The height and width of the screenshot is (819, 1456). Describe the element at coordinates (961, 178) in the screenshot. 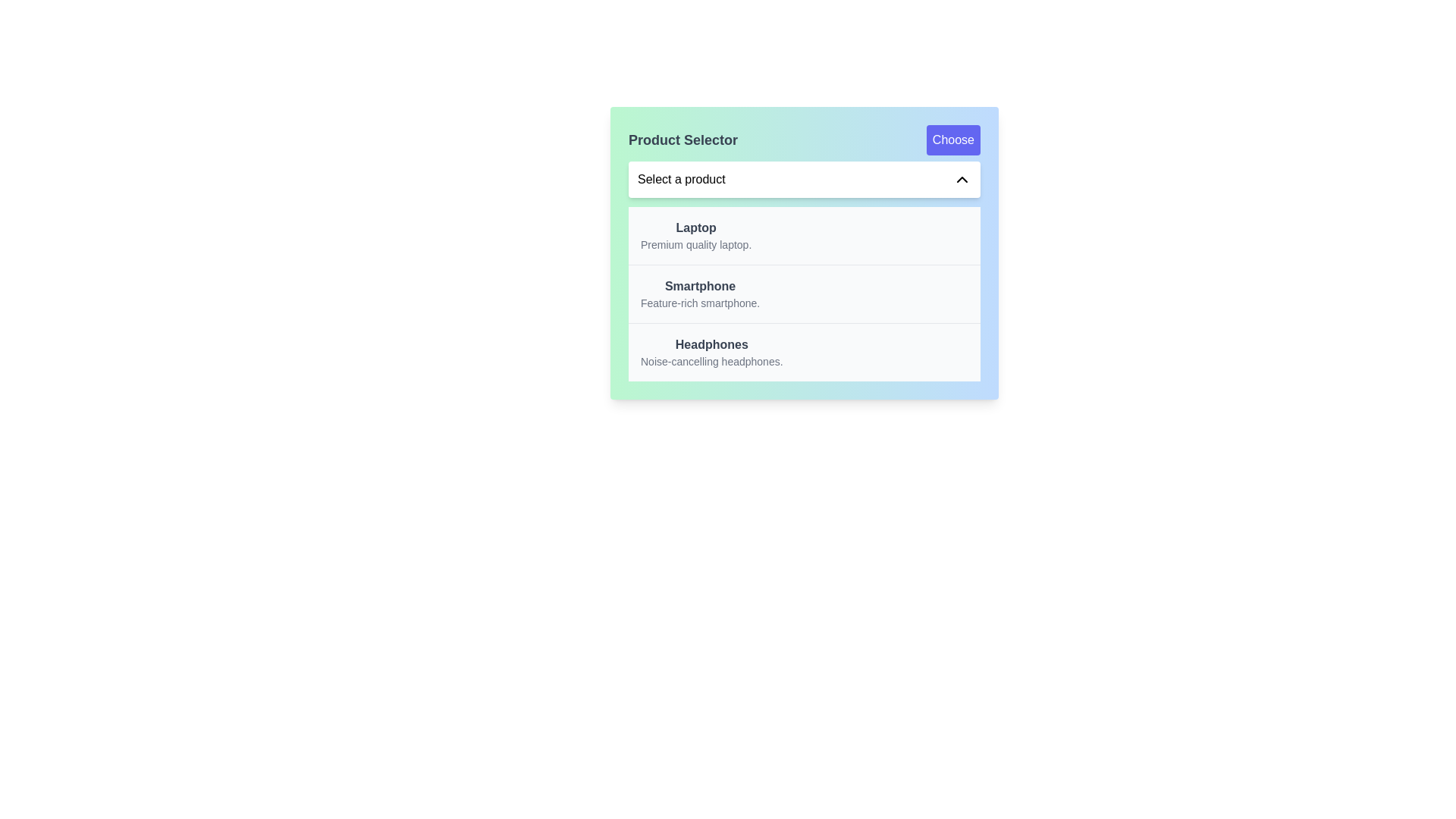

I see `the chevron icon in the dropdown selector's header section` at that location.